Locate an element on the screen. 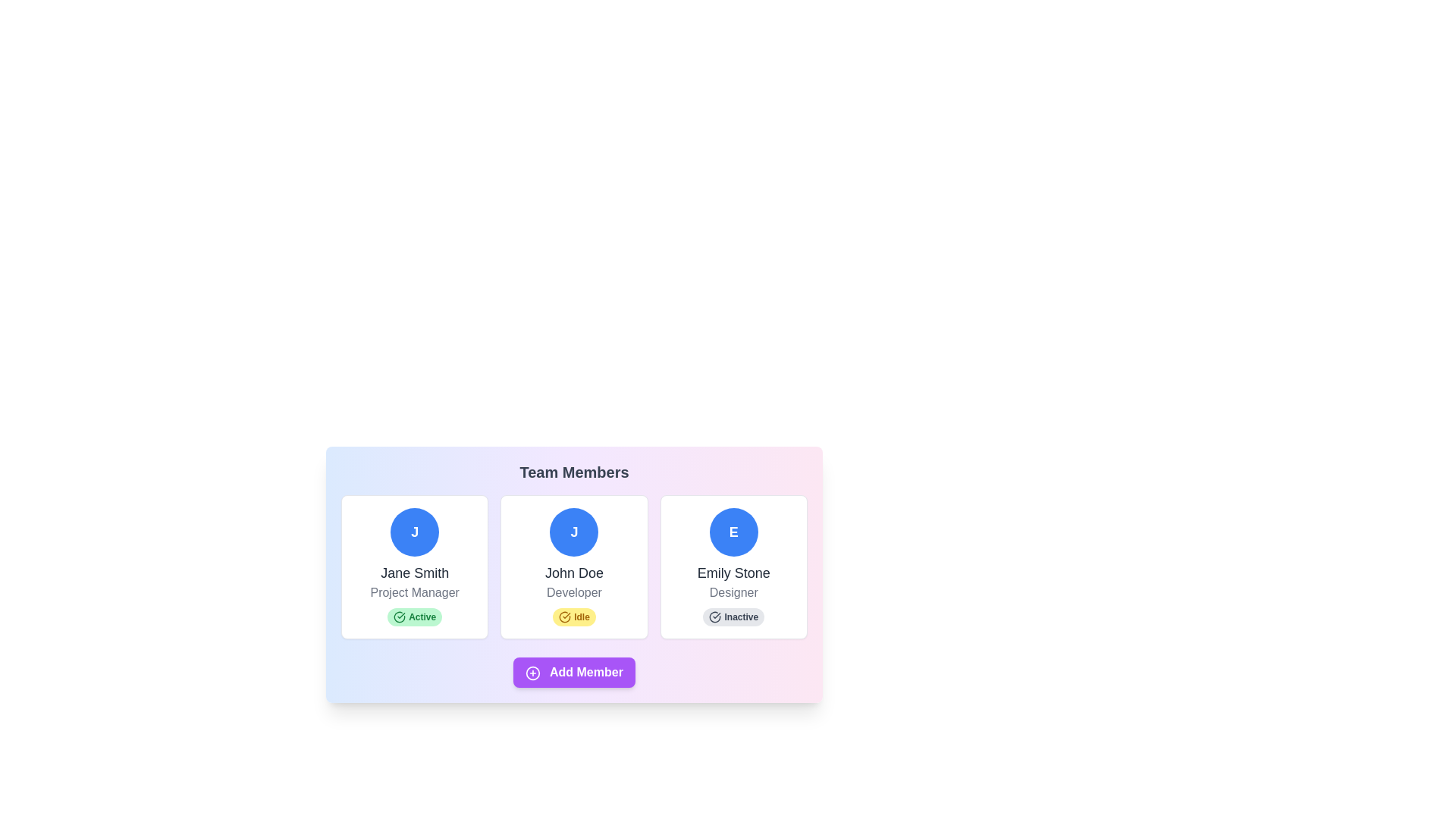 The height and width of the screenshot is (819, 1456). the heading label that indicates the information pertains to team members, located at the top of the panel containing team member cards is located at coordinates (573, 472).